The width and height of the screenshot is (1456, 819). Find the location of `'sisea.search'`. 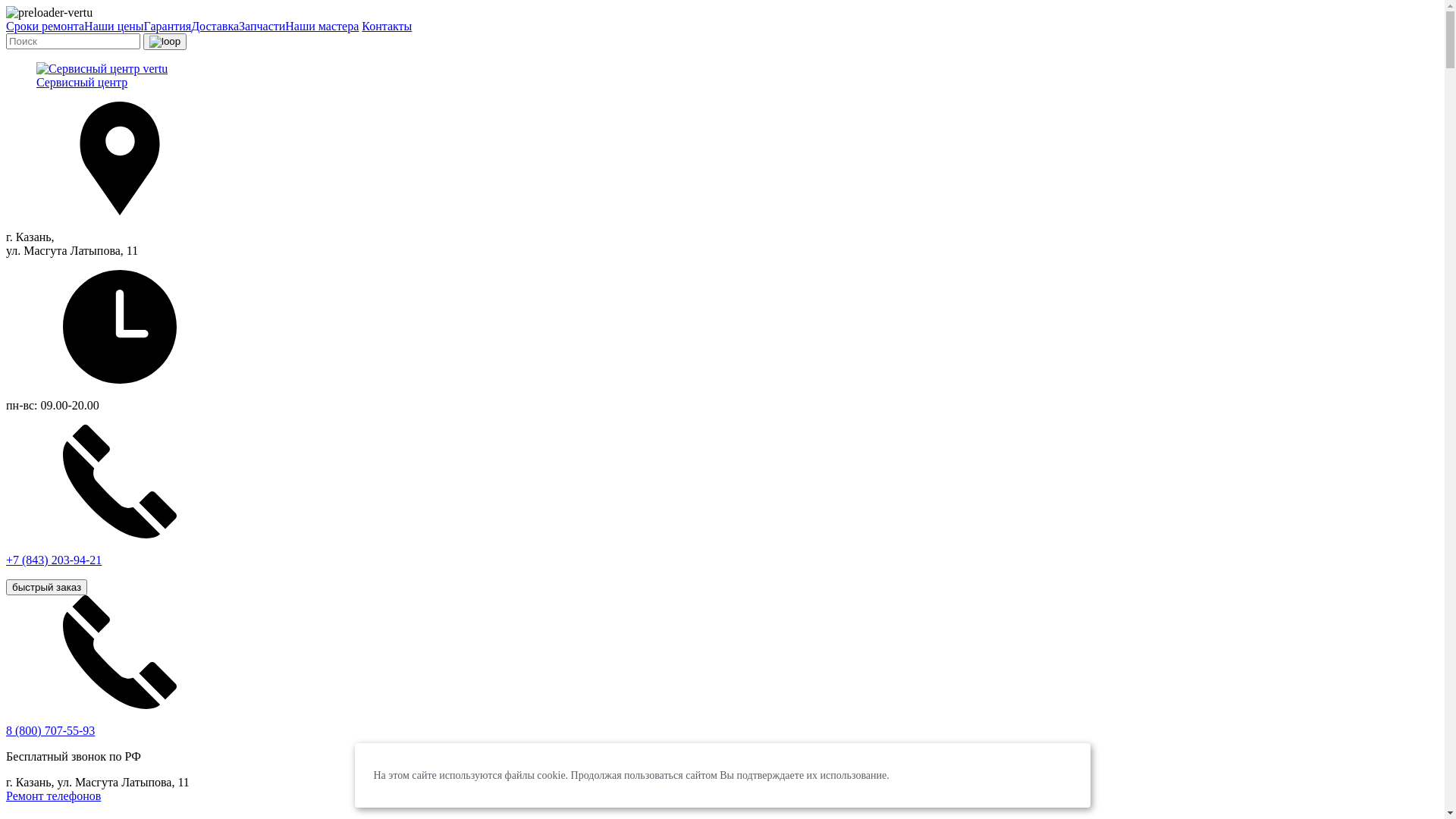

'sisea.search' is located at coordinates (165, 40).